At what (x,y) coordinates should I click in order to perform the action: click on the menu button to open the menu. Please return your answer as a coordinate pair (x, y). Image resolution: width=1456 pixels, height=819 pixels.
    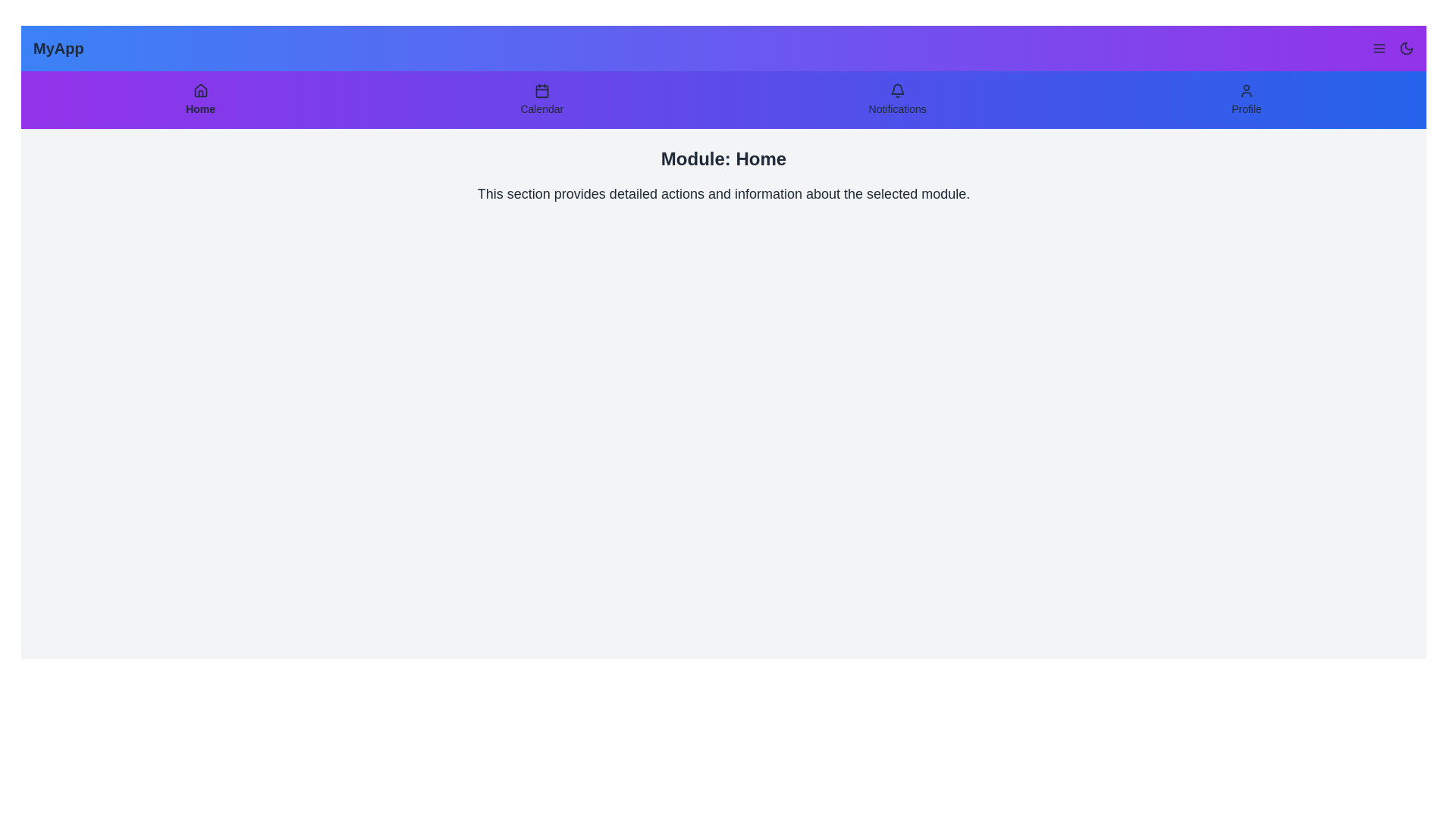
    Looking at the image, I should click on (1379, 48).